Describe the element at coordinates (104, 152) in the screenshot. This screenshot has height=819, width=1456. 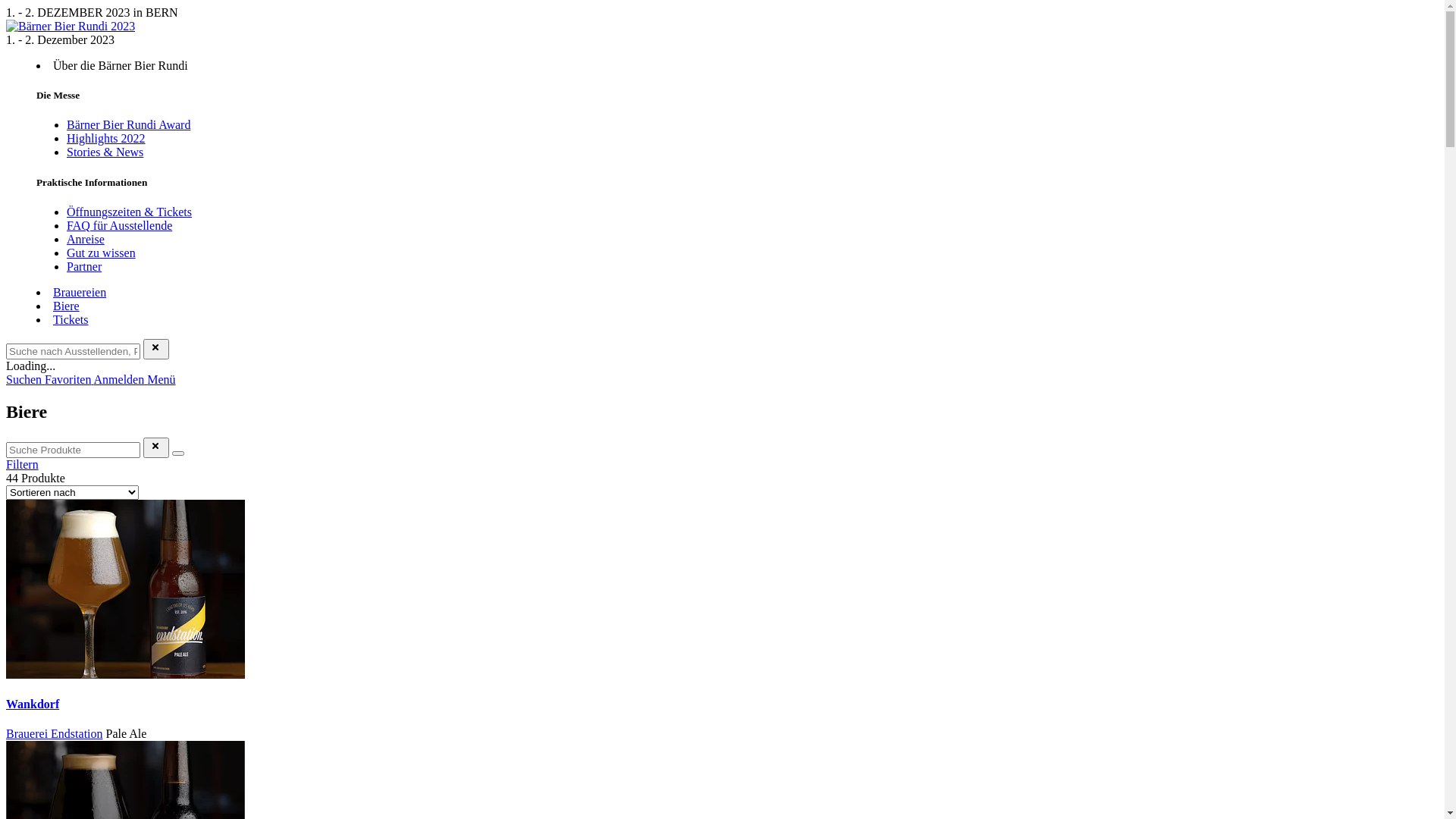
I see `'Stories & News'` at that location.